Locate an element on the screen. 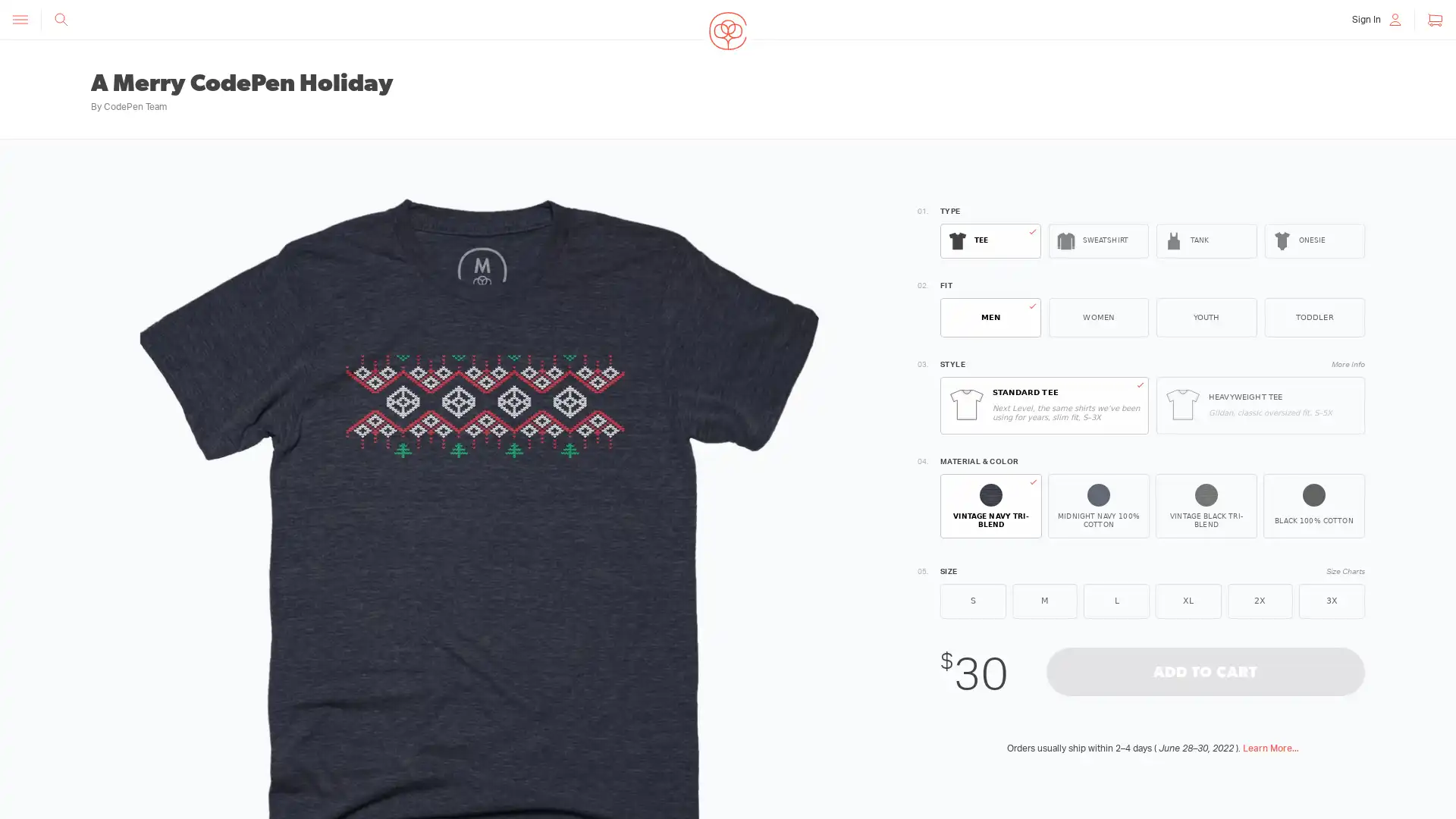  SWEATSHIRT is located at coordinates (1098, 240).